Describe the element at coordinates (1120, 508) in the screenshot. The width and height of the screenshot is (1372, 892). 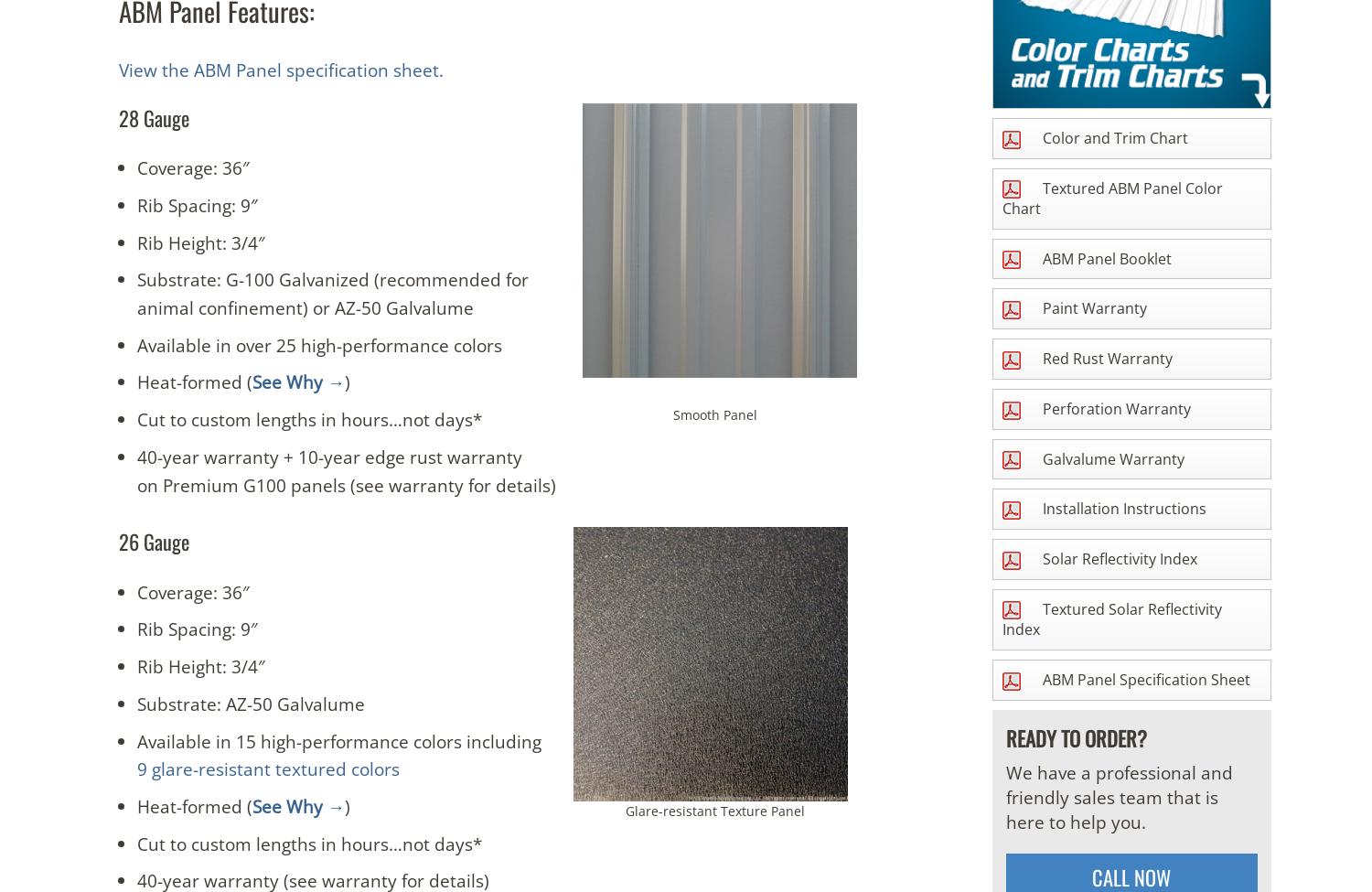
I see `'Installation Instructions'` at that location.